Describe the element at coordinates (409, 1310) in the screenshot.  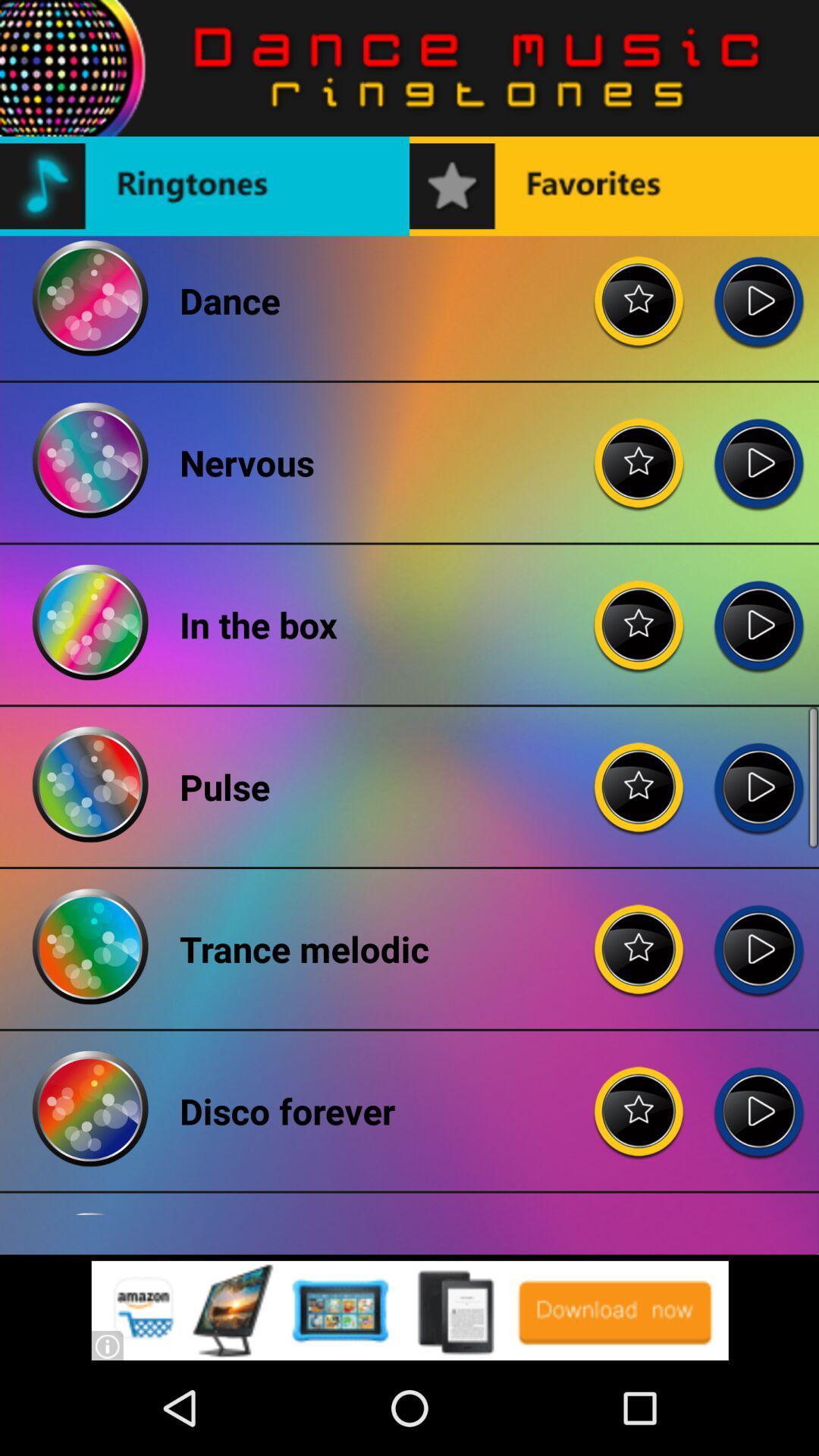
I see `advertisement to download amazon app` at that location.